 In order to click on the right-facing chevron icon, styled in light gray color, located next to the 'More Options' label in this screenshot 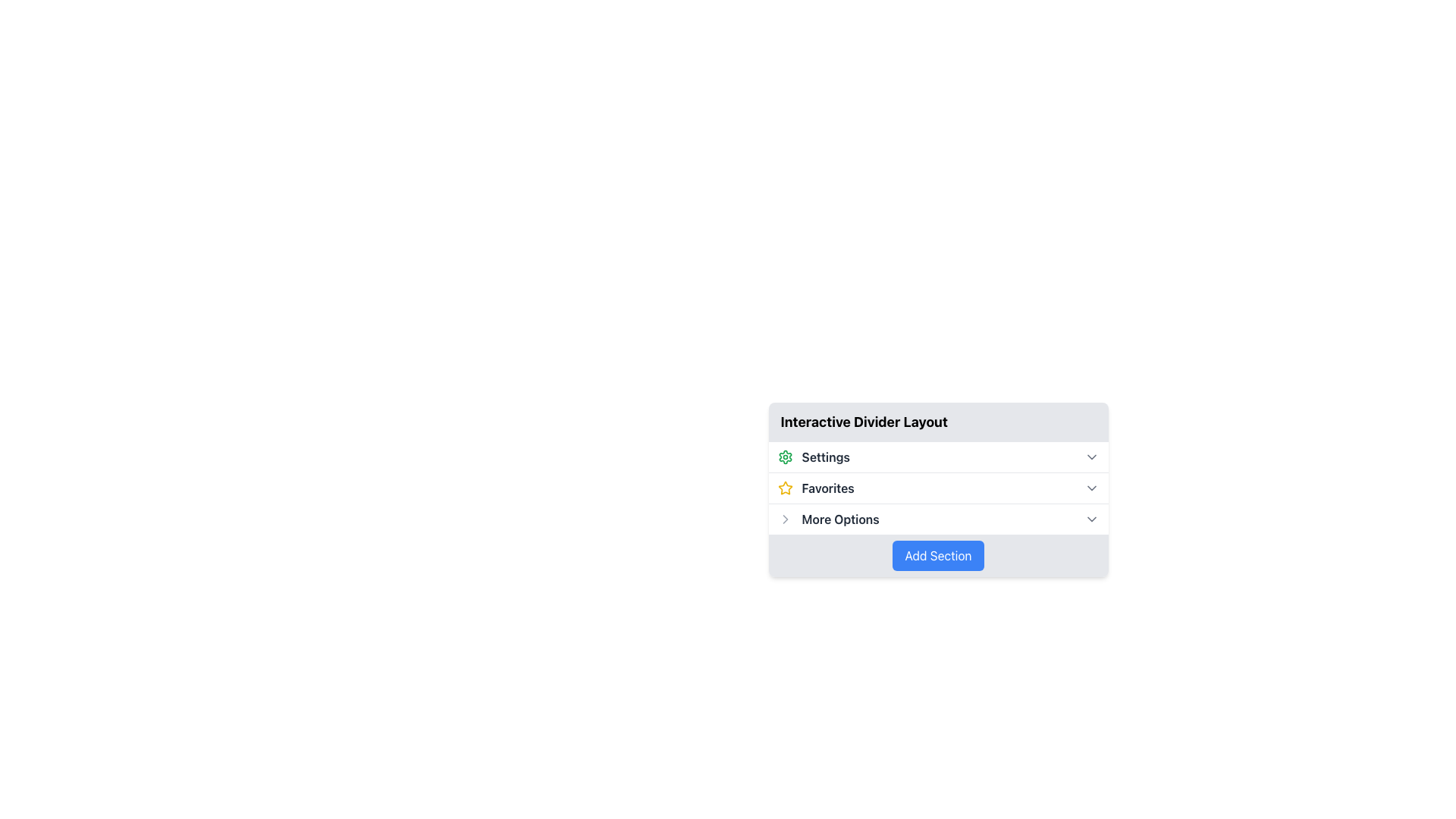, I will do `click(785, 519)`.